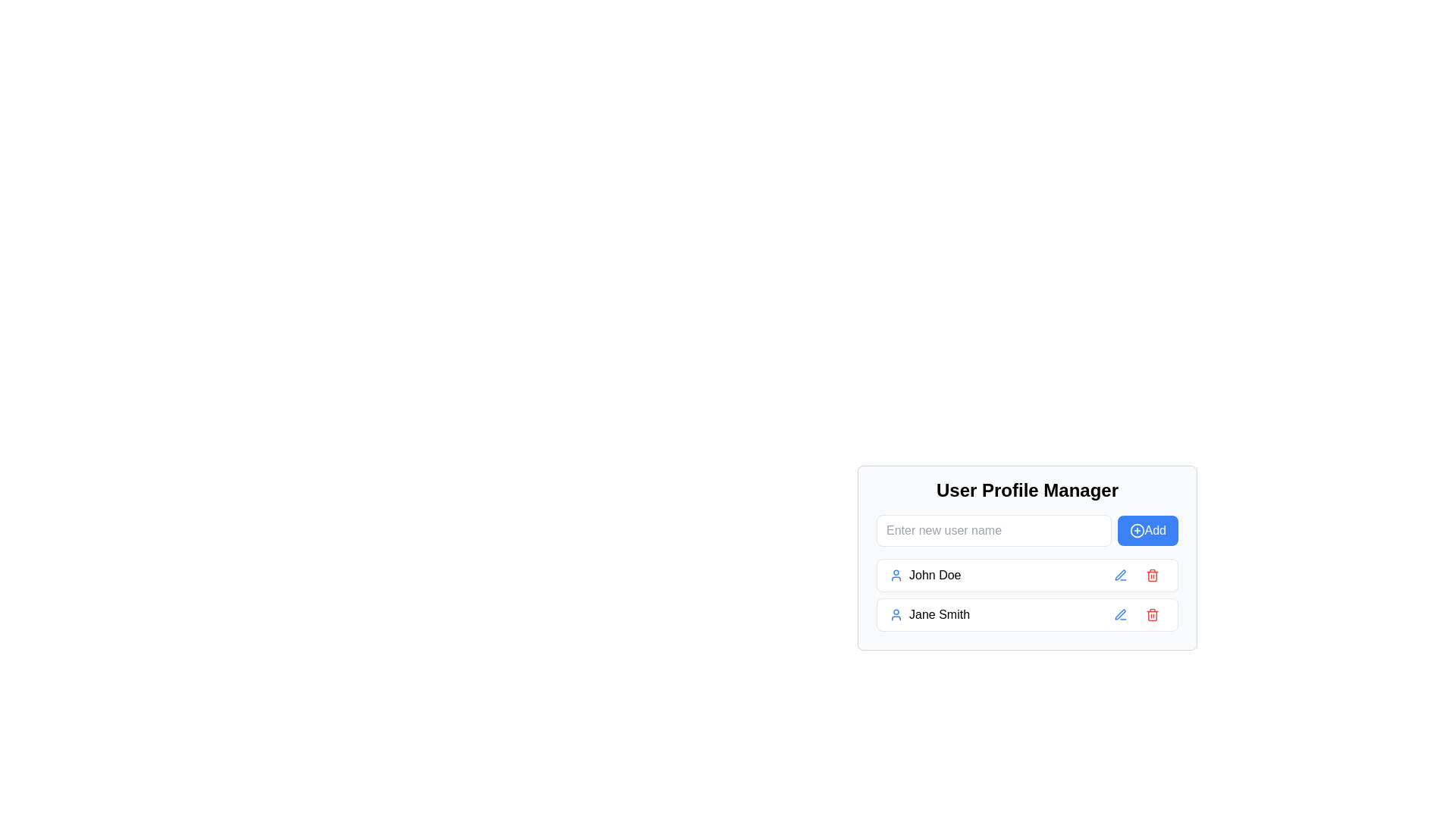  Describe the element at coordinates (1147, 529) in the screenshot. I see `the rectangular 'Add' button with a blue background and white text located in the 'User Profile Manager' section` at that location.